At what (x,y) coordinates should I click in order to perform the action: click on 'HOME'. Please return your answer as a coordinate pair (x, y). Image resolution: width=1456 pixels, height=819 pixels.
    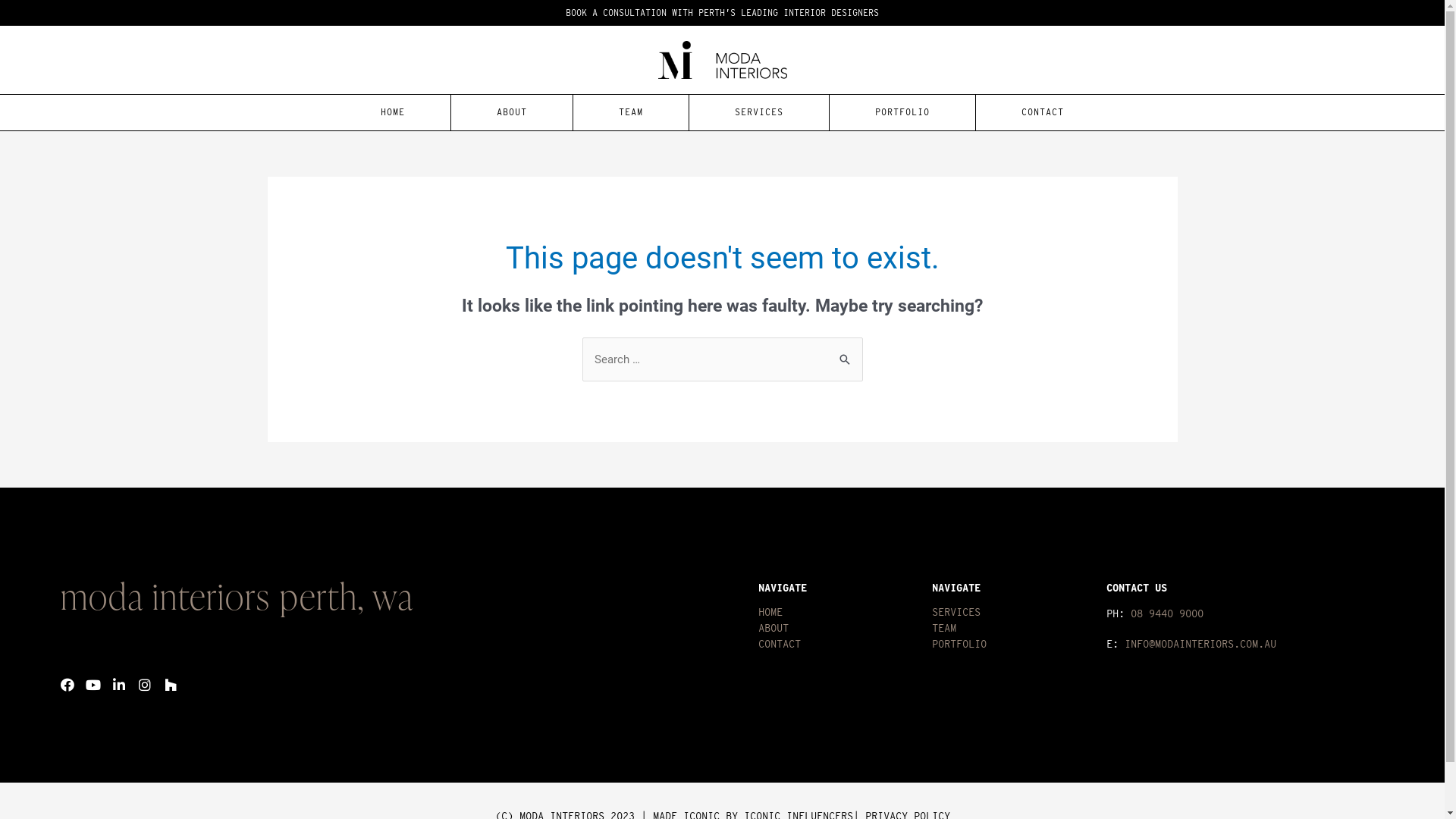
    Looking at the image, I should click on (836, 611).